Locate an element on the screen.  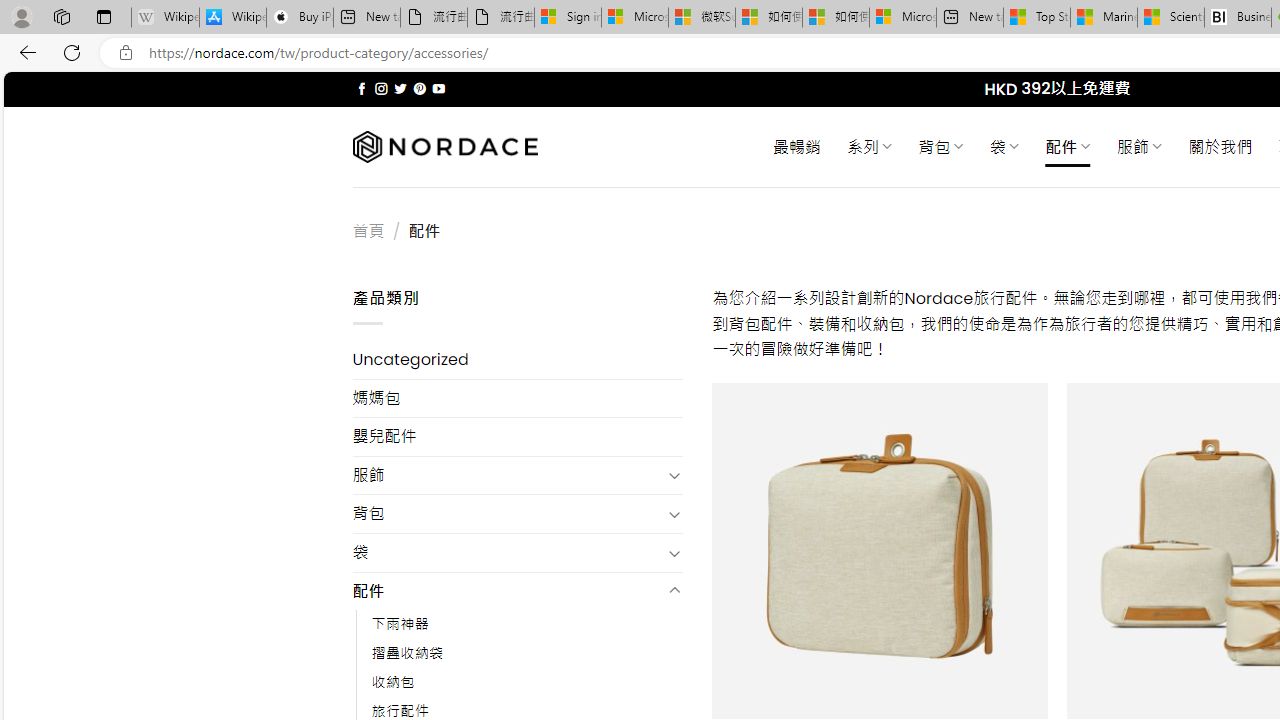
'Follow on Pinterest' is located at coordinates (418, 88).